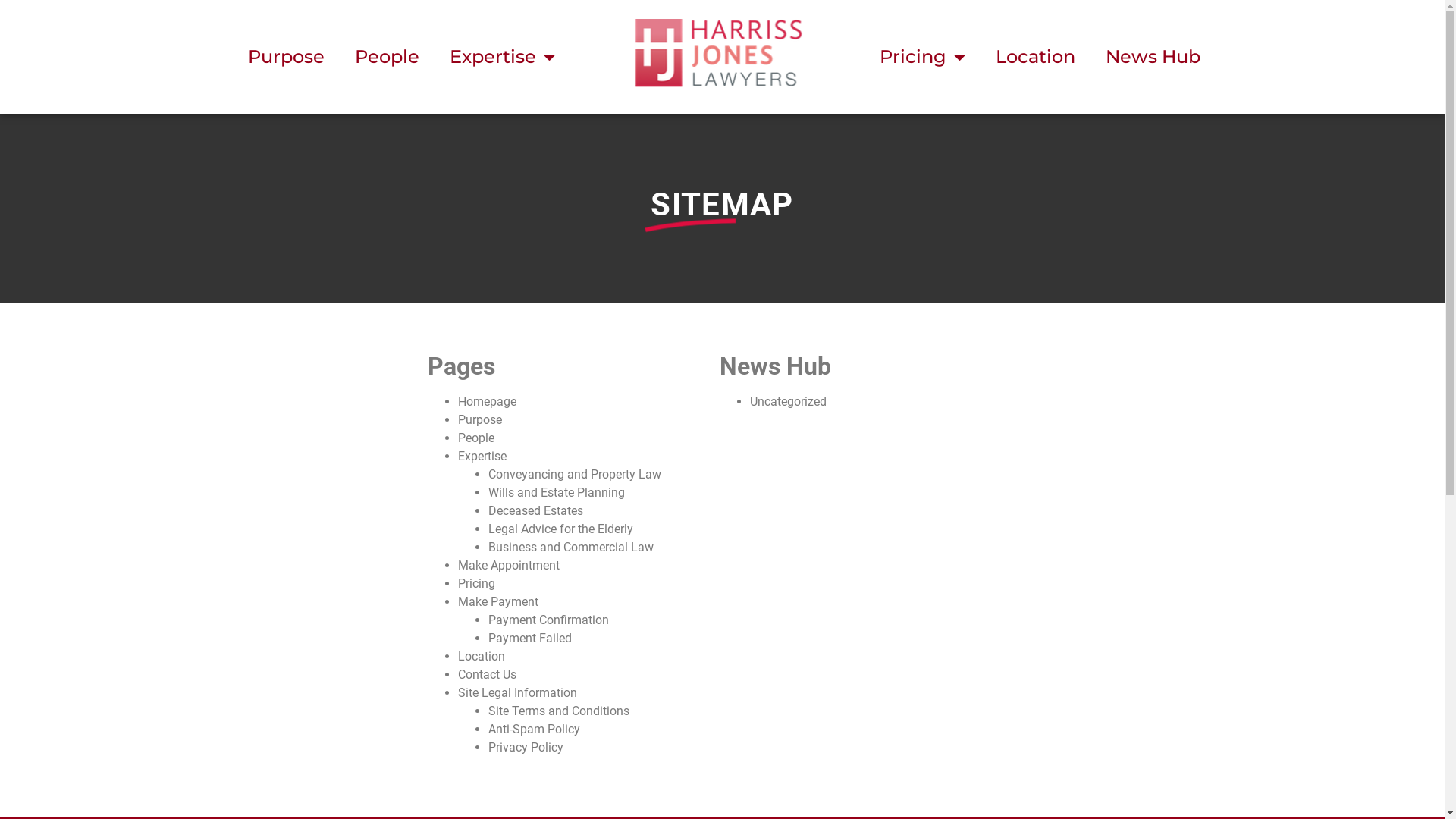  I want to click on 'Conveyancing and Property Law', so click(574, 473).